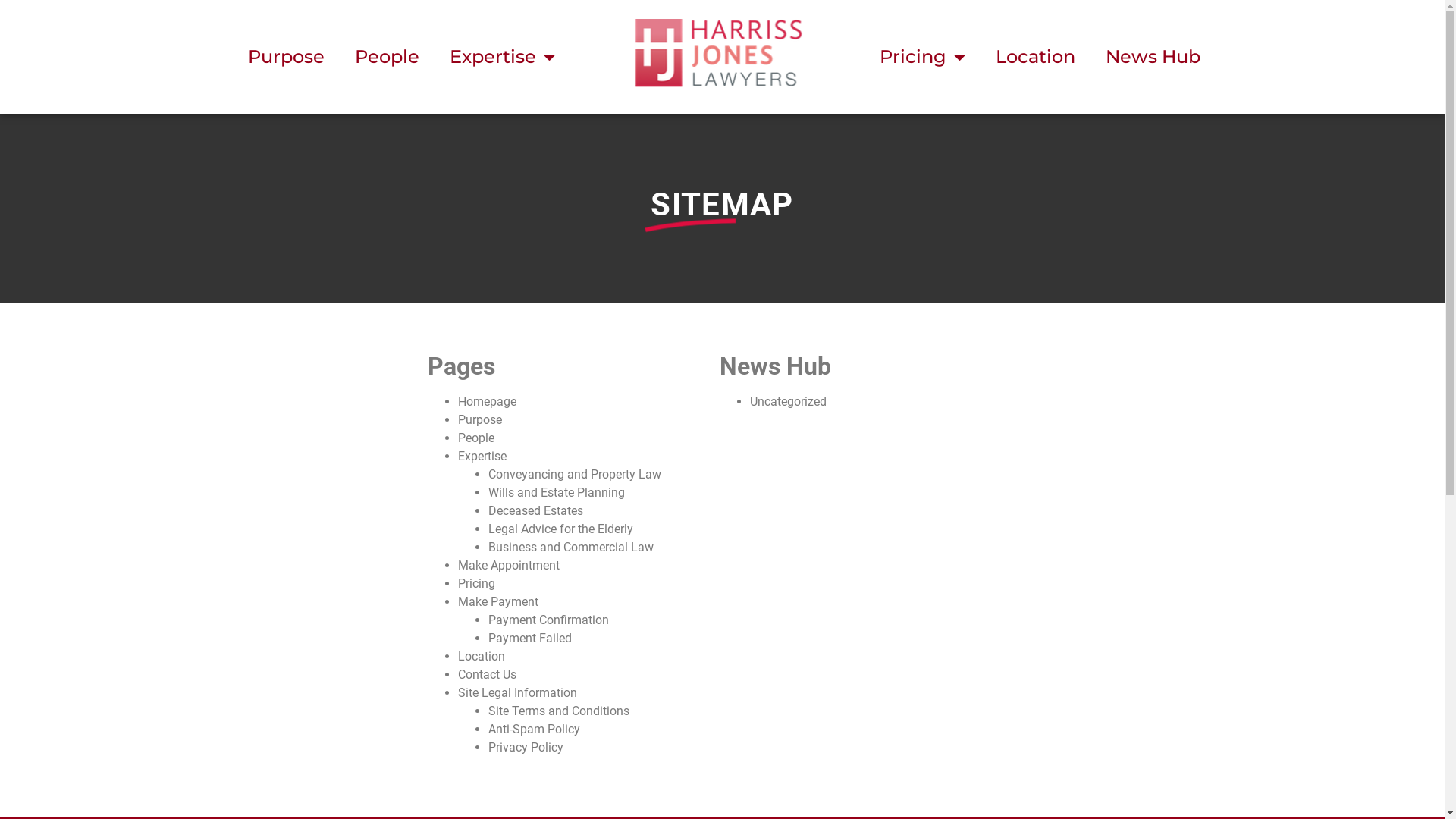  I want to click on 'Conveyancing and Property Law', so click(574, 473).